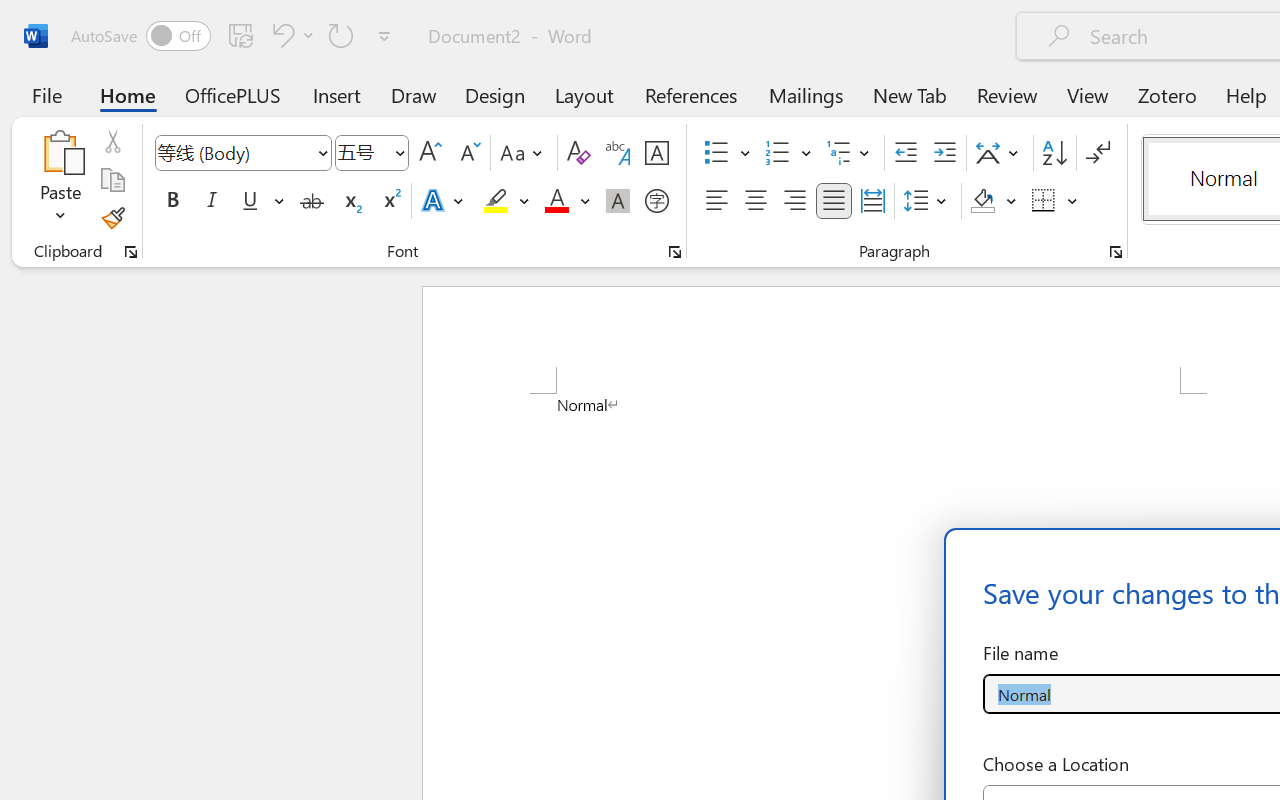 This screenshot has width=1280, height=800. I want to click on 'Subscript', so click(350, 201).